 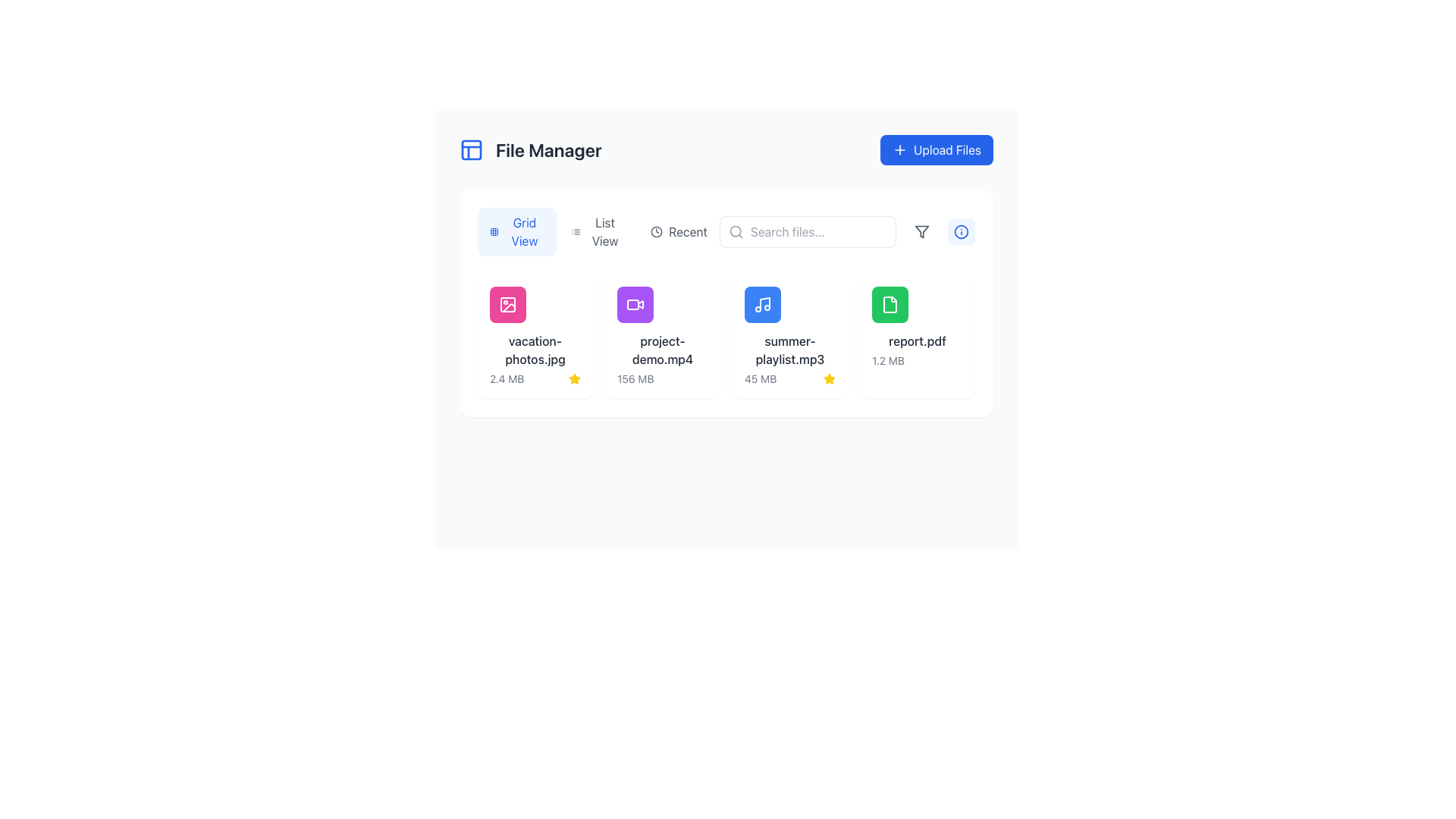 I want to click on the interactive sharing button located at the bottom-right of the file card labeled 'report.pdf', so click(x=916, y=376).